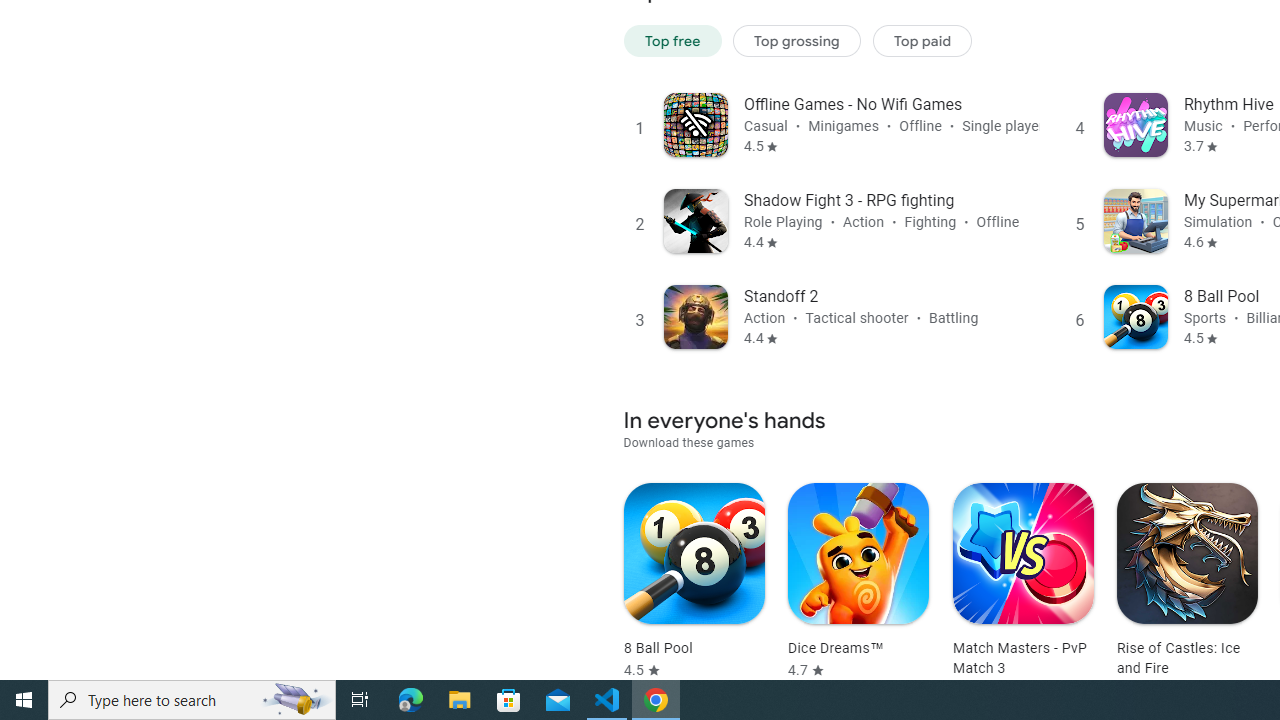 This screenshot has height=720, width=1280. Describe the element at coordinates (921, 40) in the screenshot. I see `'Top paid'` at that location.